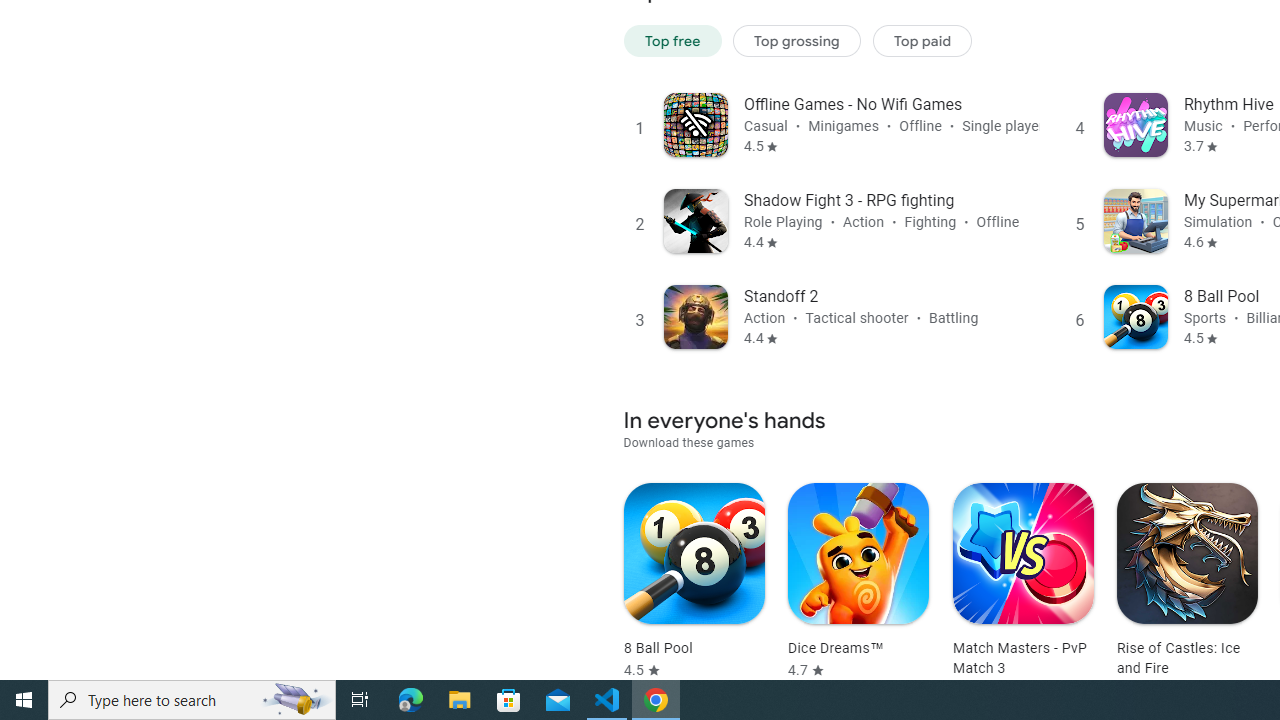 This screenshot has height=720, width=1280. Describe the element at coordinates (921, 40) in the screenshot. I see `'Top paid'` at that location.